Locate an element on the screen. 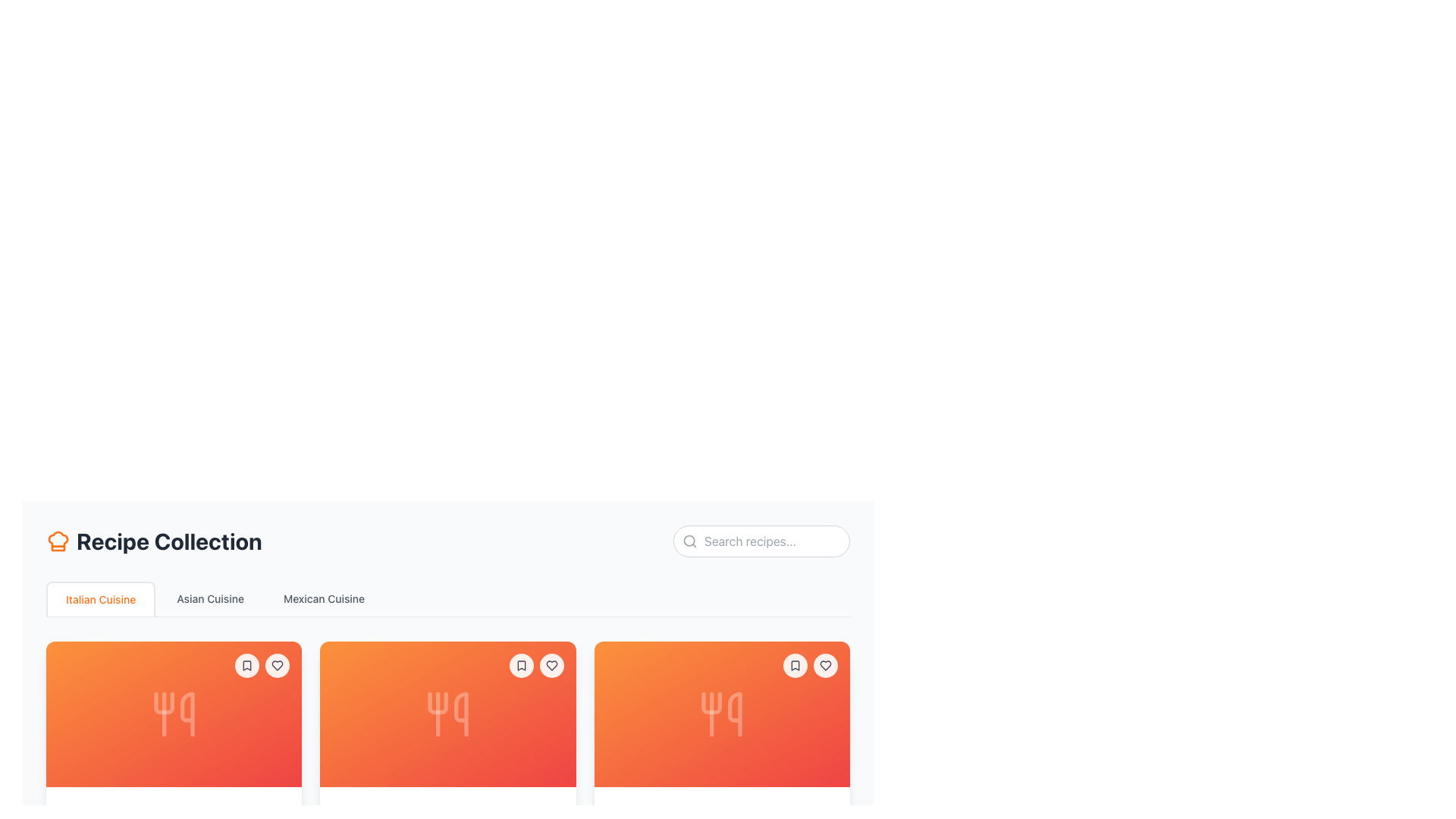  the heart-shaped icon located in the top-right corner of the first card under the Italian Cuisine section is located at coordinates (551, 665).